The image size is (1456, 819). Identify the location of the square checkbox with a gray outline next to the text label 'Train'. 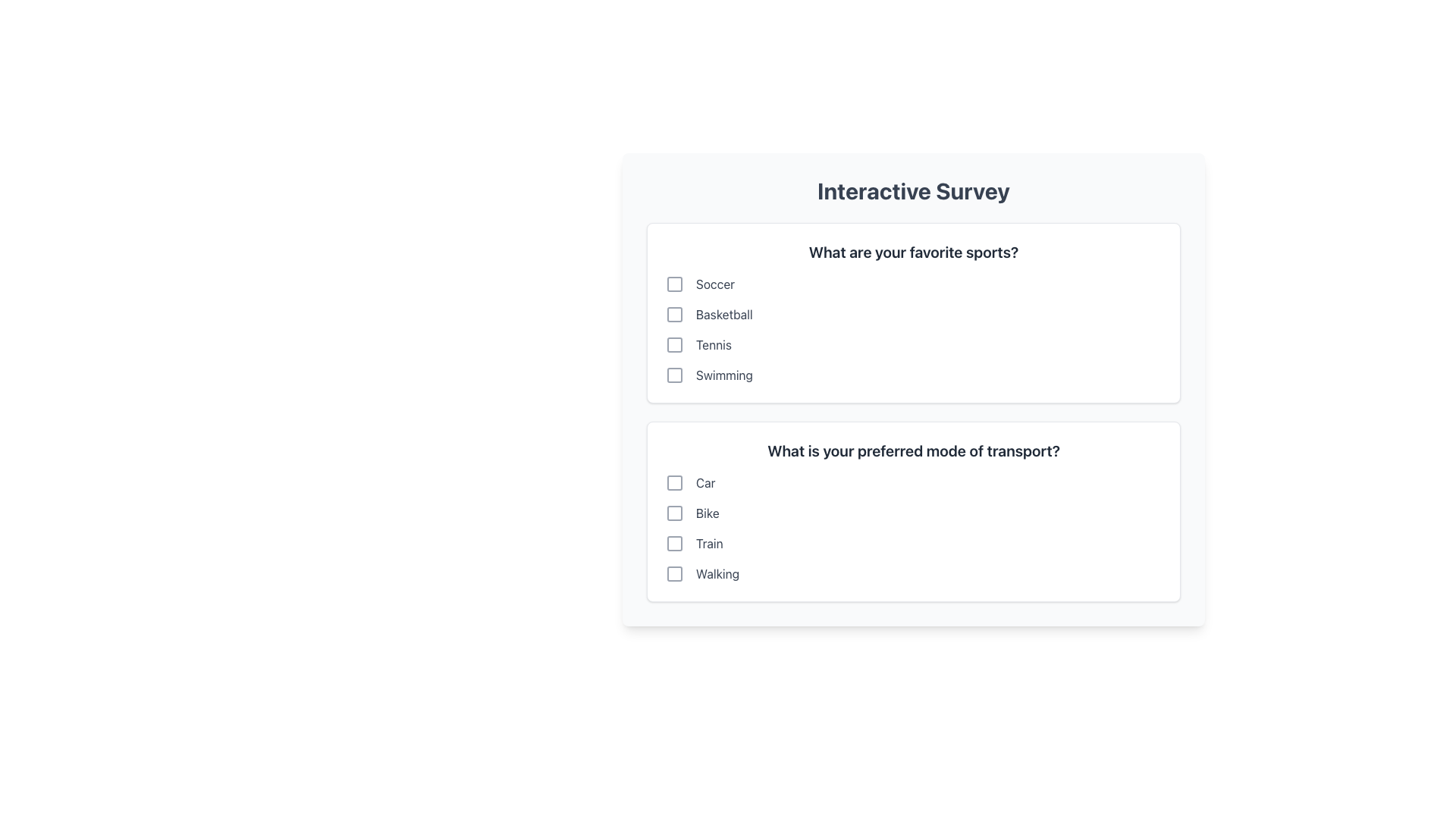
(673, 543).